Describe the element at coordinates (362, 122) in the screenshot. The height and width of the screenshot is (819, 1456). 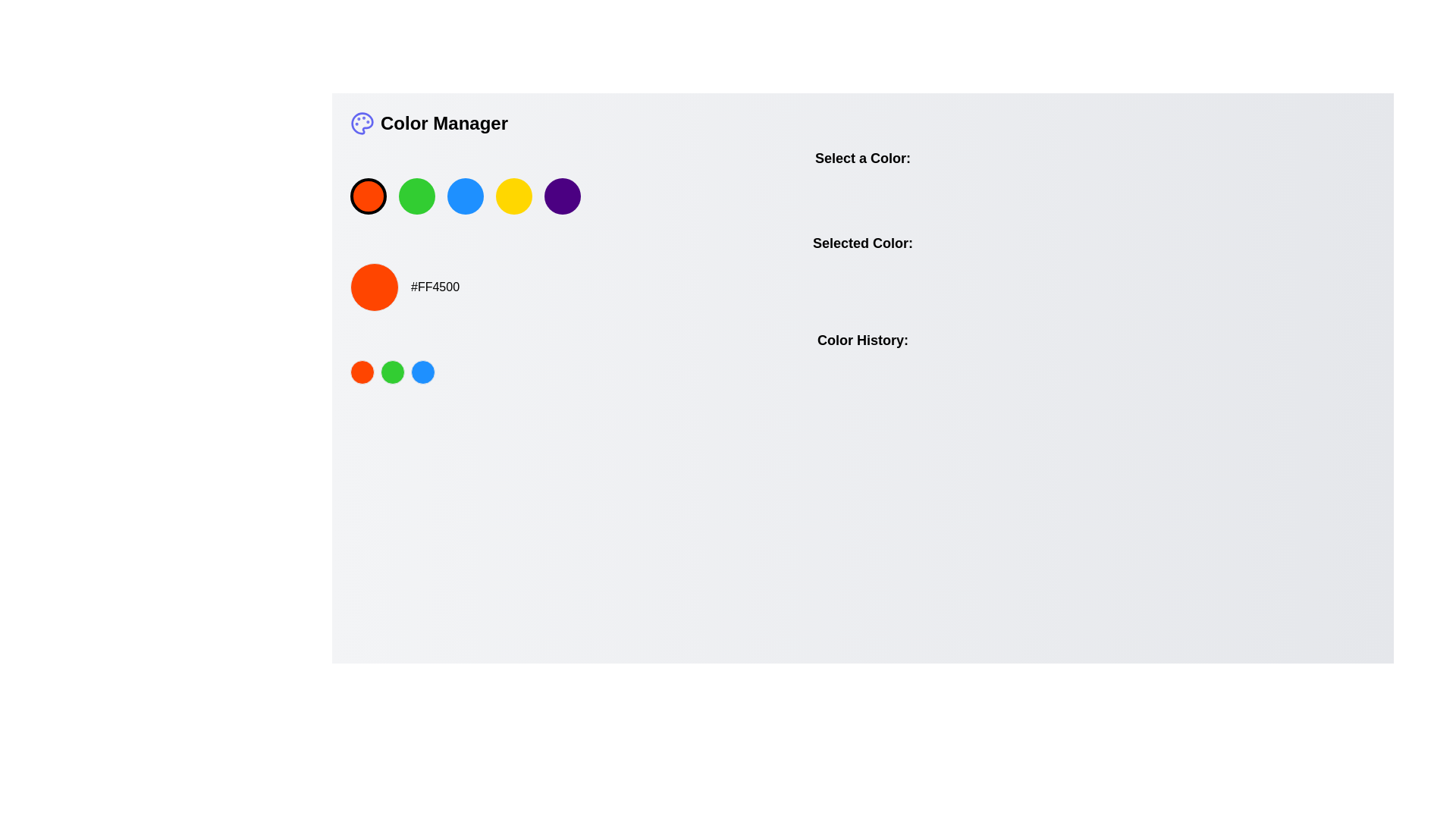
I see `the painter's palette icon located next to the 'Color Manager' text in the top-left corner of the interface` at that location.